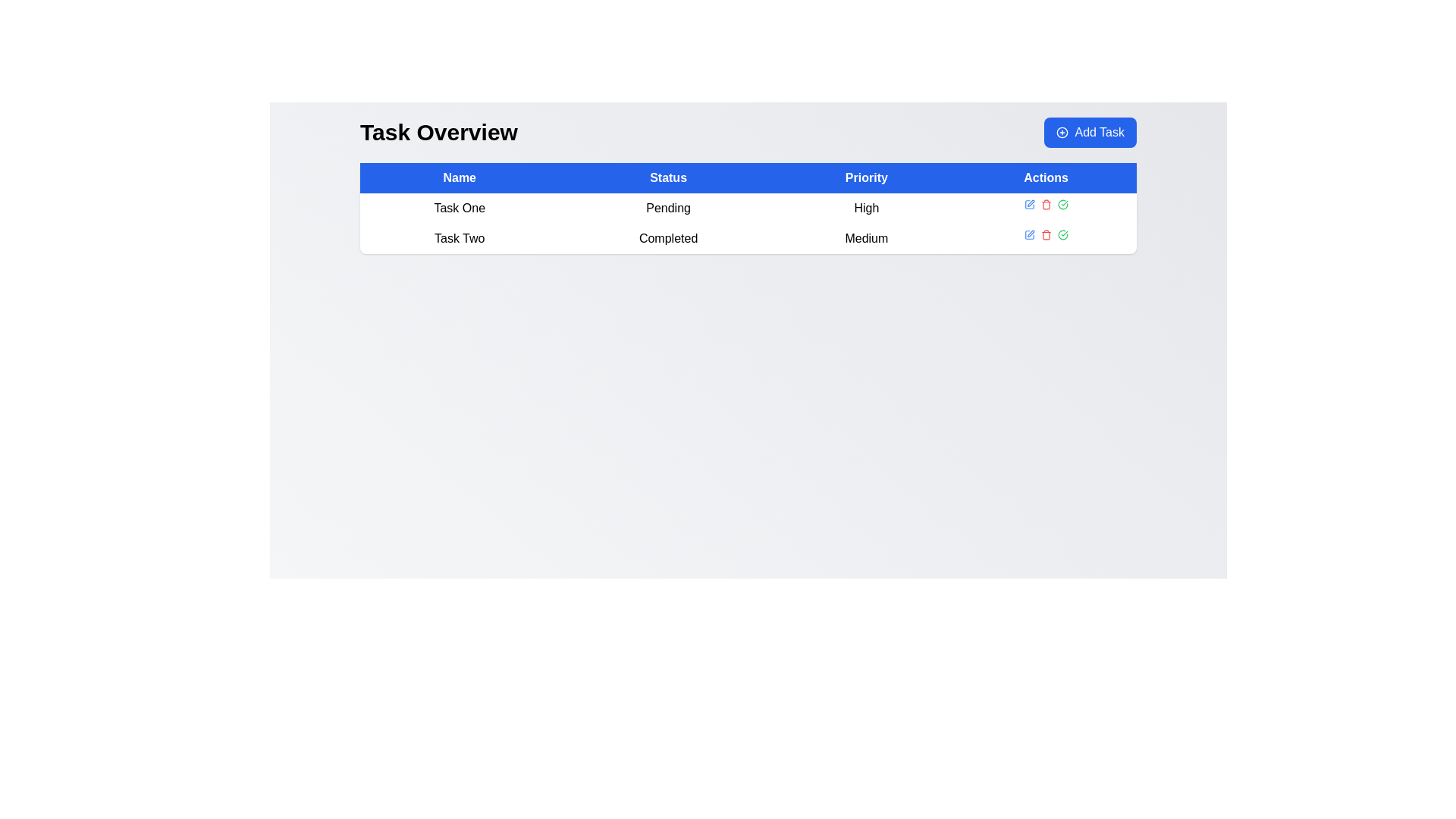  I want to click on the blue rectangular button labeled 'Add Task' with a plus icon, located in the top-right corner of the 'Task Overview' section, so click(1090, 131).